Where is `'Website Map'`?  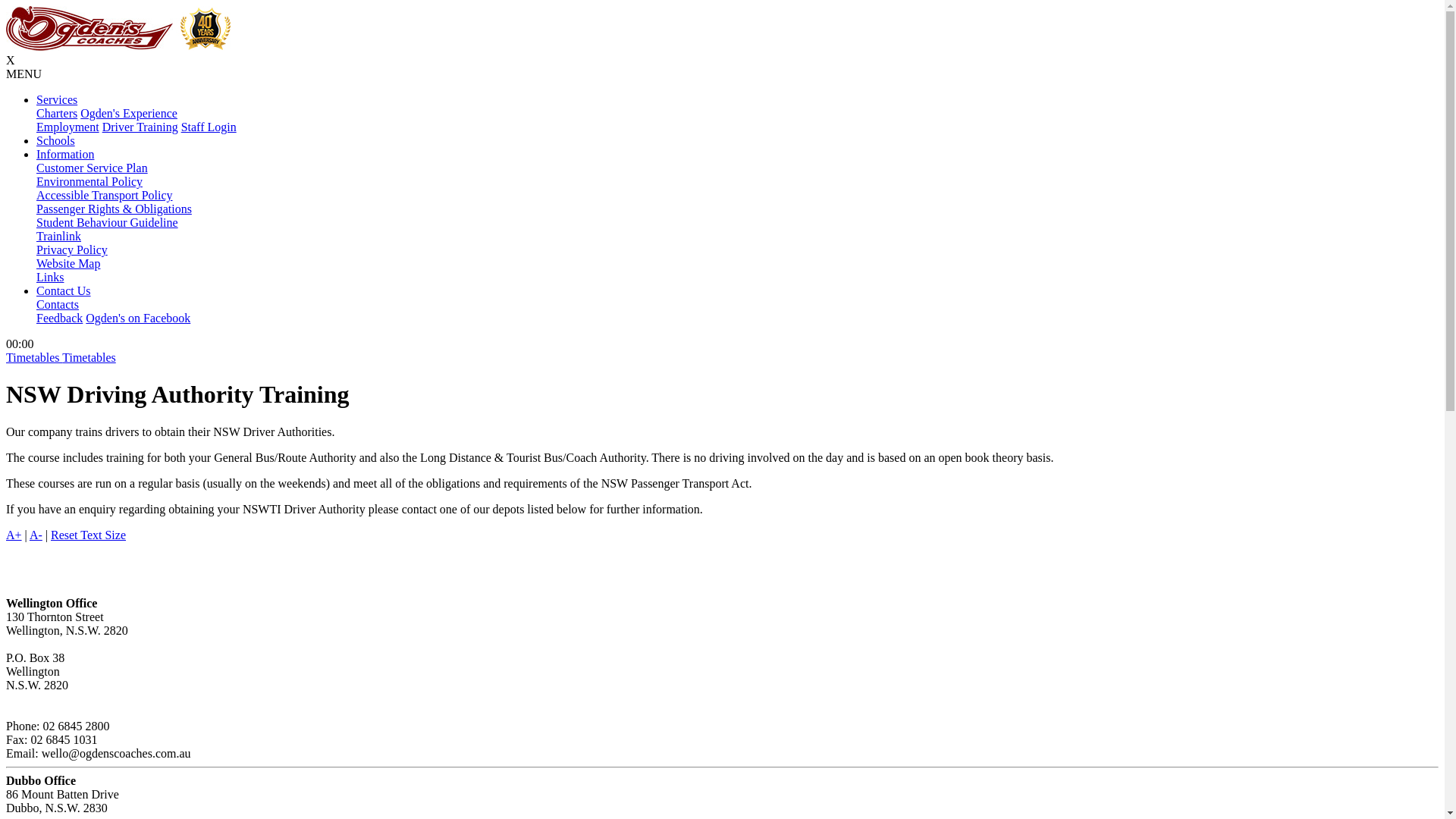
'Website Map' is located at coordinates (67, 262).